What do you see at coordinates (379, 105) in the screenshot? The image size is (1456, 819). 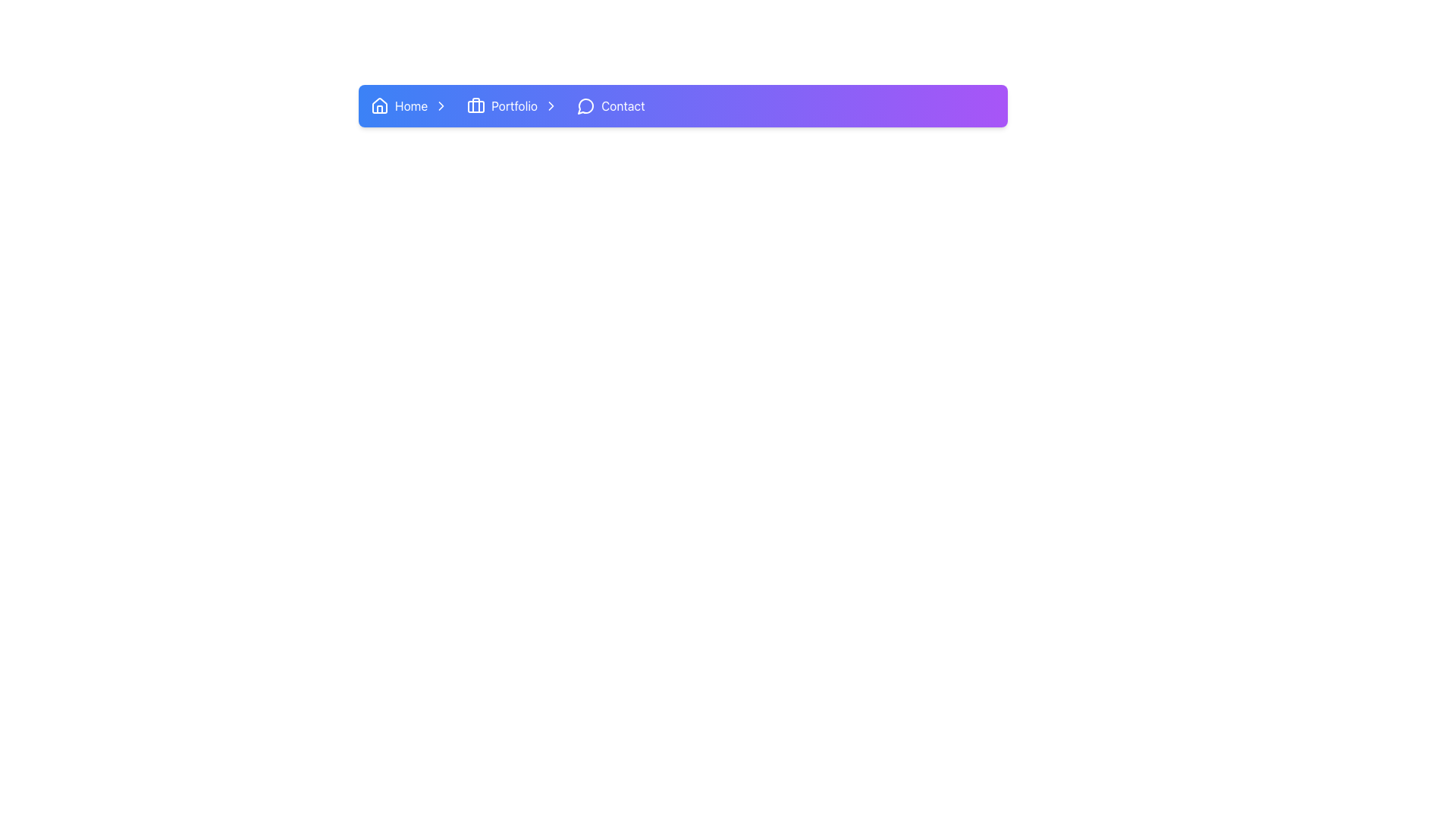 I see `the 'Home' navigation icon located at the leftmost position in the breadcrumb navigation bar` at bounding box center [379, 105].